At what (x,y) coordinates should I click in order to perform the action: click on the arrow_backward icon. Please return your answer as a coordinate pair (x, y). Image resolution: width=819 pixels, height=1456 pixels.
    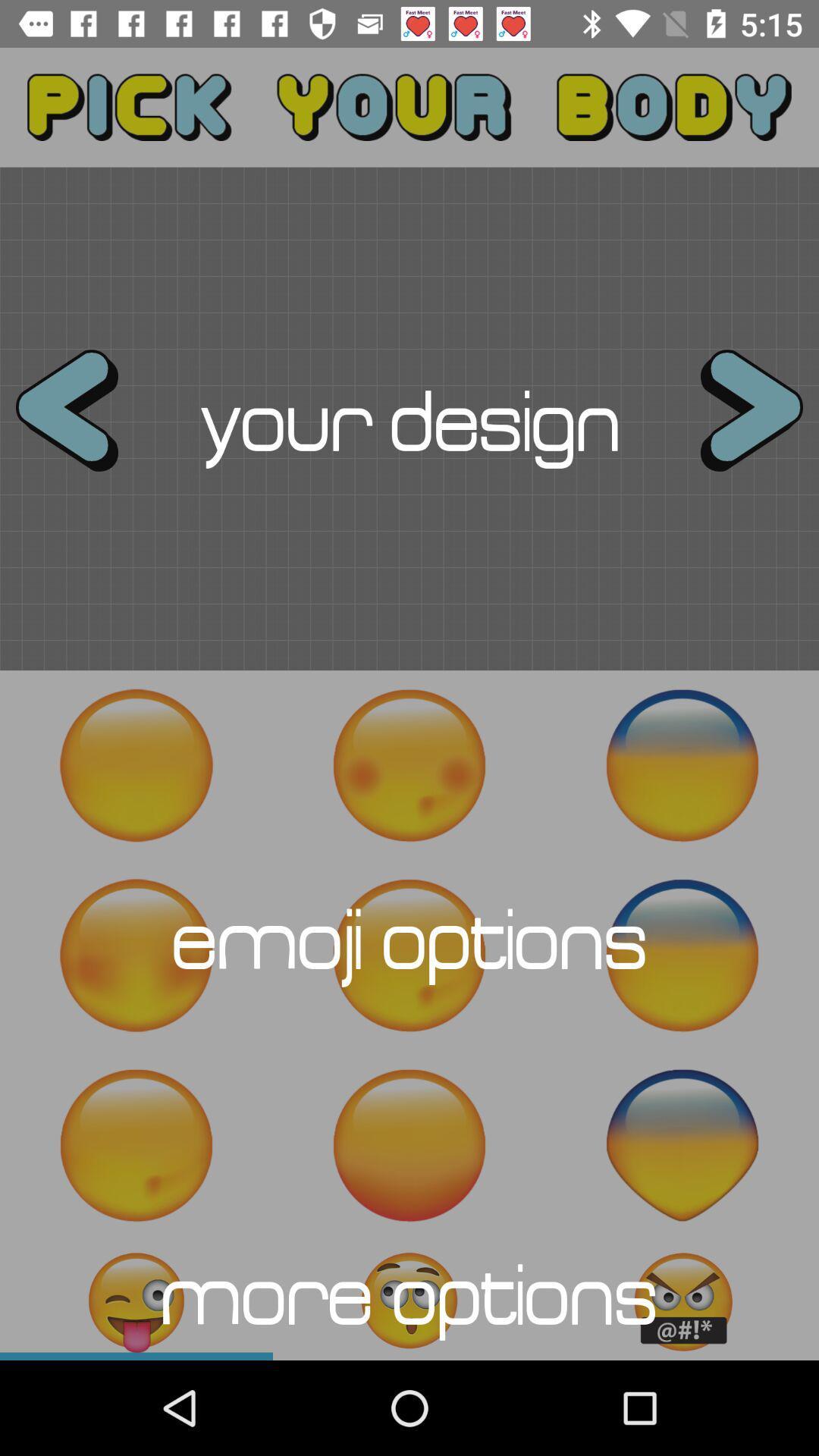
    Looking at the image, I should click on (80, 419).